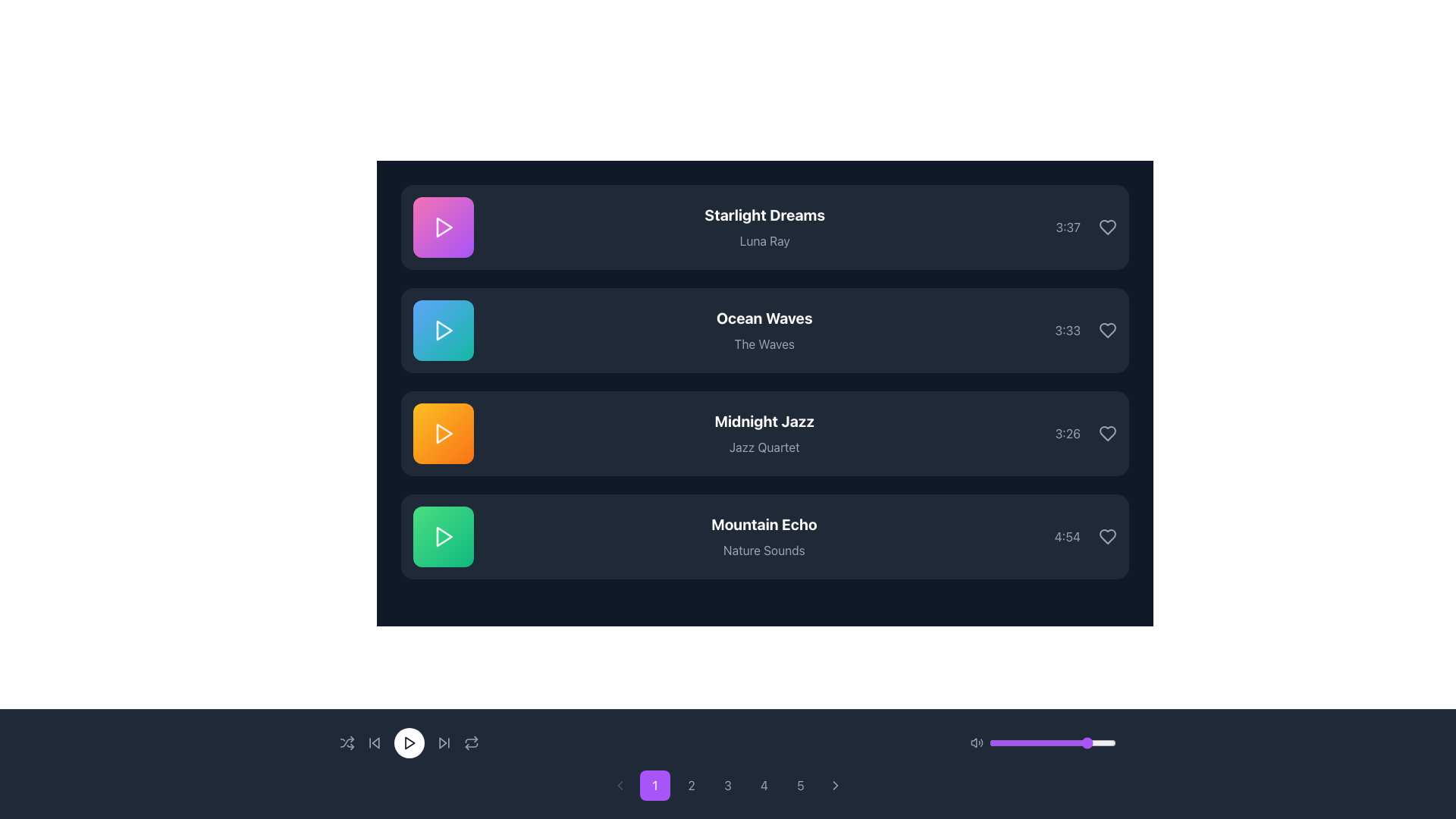 This screenshot has height=819, width=1456. Describe the element at coordinates (1107, 433) in the screenshot. I see `the heart icon button located in the rightmost area of the list item labeled 'Midnight Jazz'` at that location.